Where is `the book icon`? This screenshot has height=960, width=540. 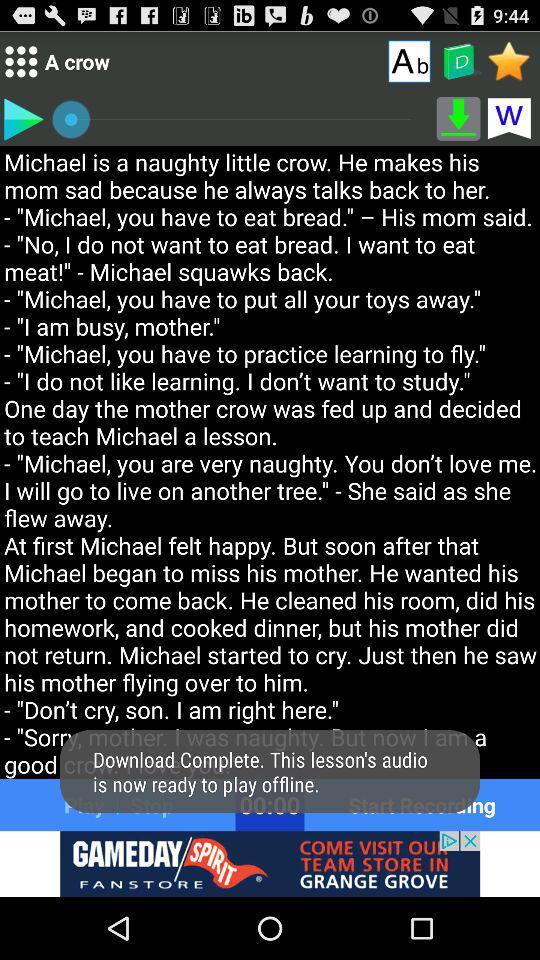 the book icon is located at coordinates (458, 66).